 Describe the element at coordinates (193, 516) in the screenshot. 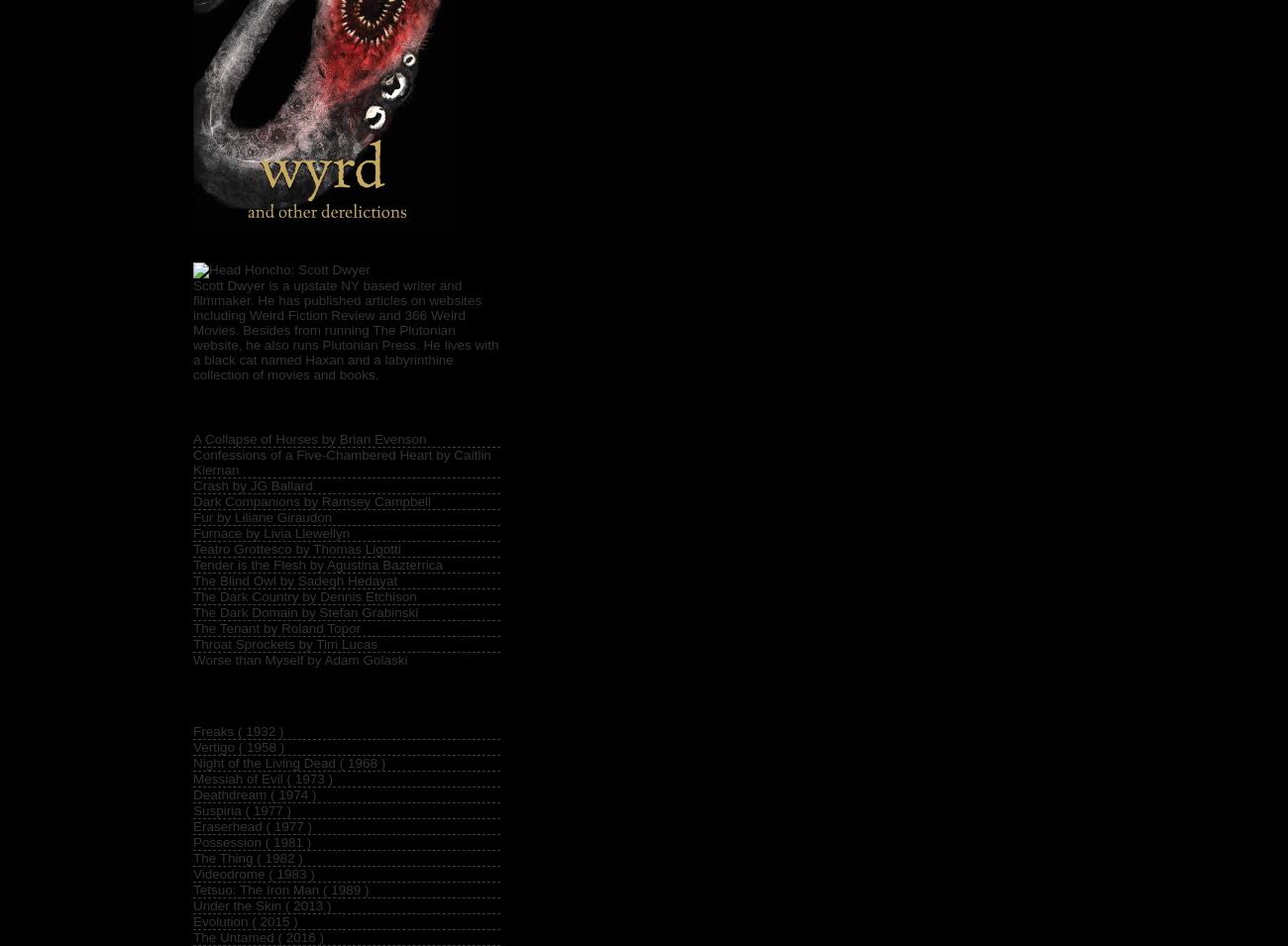

I see `'Fur by Liliane Giraudon'` at that location.